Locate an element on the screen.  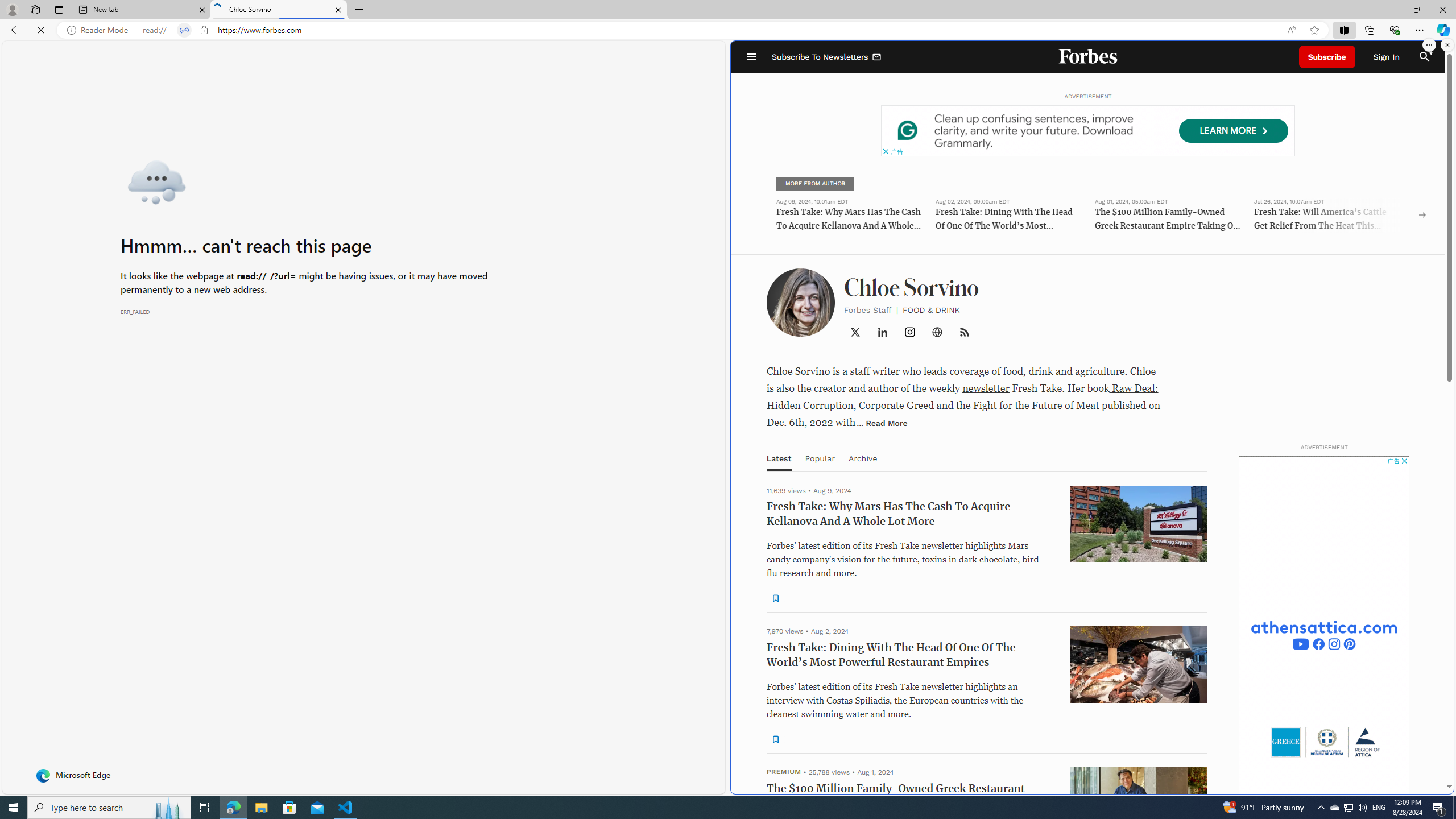
'Reader Mode' is located at coordinates (100, 30).